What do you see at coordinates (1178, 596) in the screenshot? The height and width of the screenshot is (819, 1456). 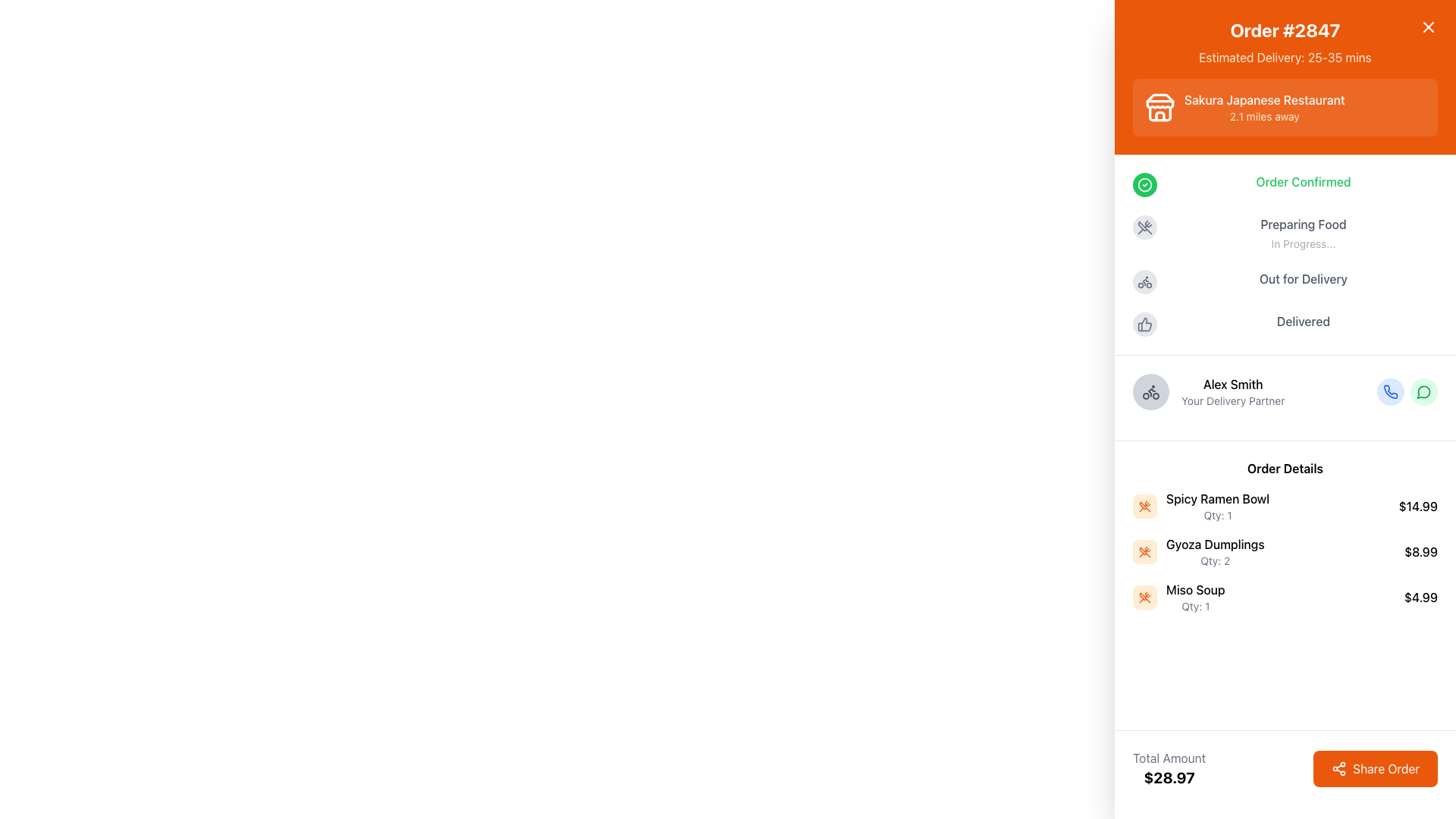 I see `text content of the 'Miso Soup' text label with icon located in the 'Order Details' section` at bounding box center [1178, 596].